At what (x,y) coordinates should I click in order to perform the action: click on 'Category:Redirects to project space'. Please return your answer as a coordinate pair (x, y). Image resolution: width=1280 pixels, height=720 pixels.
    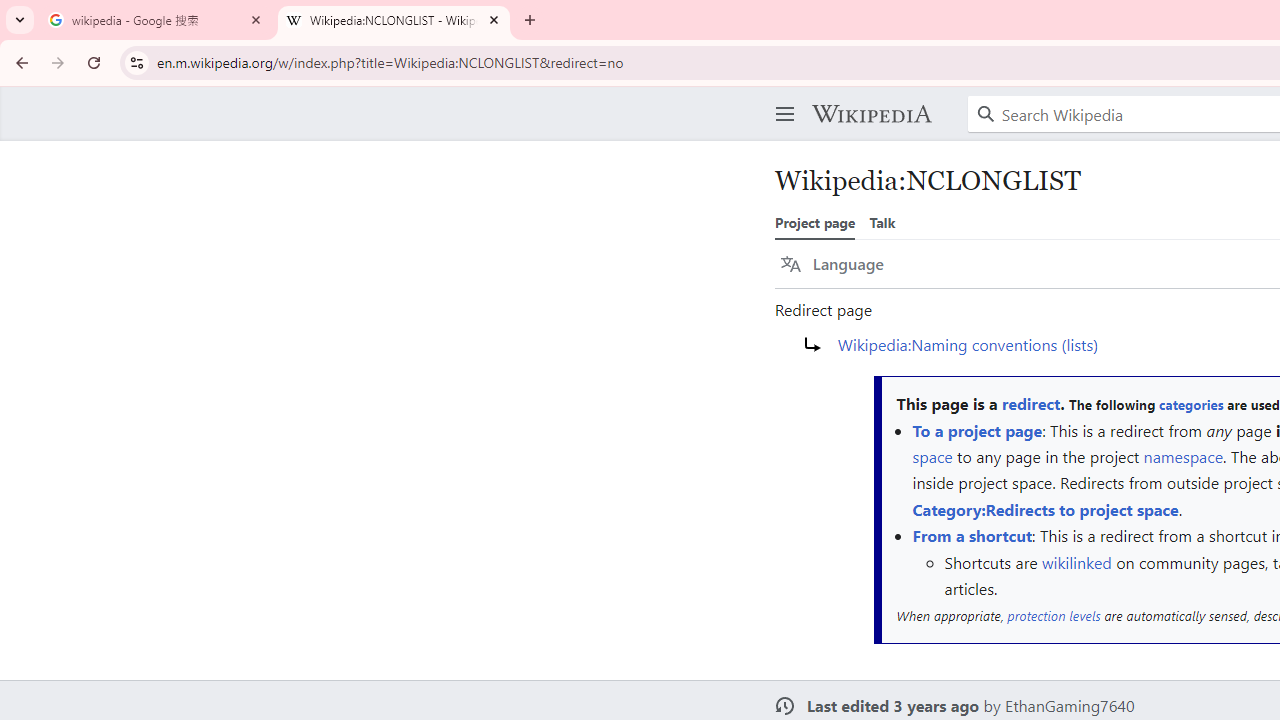
    Looking at the image, I should click on (1044, 508).